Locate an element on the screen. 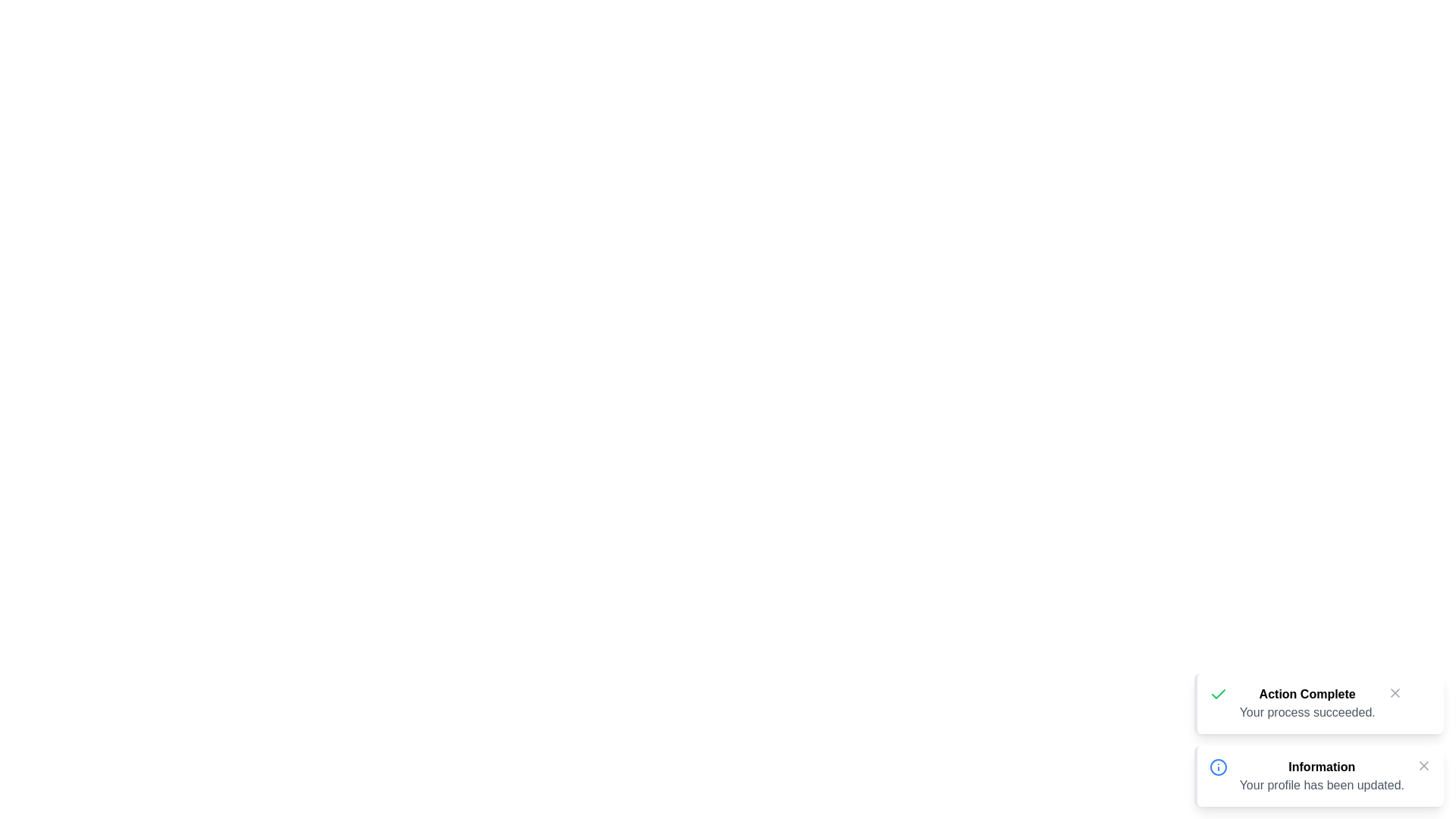  the notification to read its details is located at coordinates (1317, 704).